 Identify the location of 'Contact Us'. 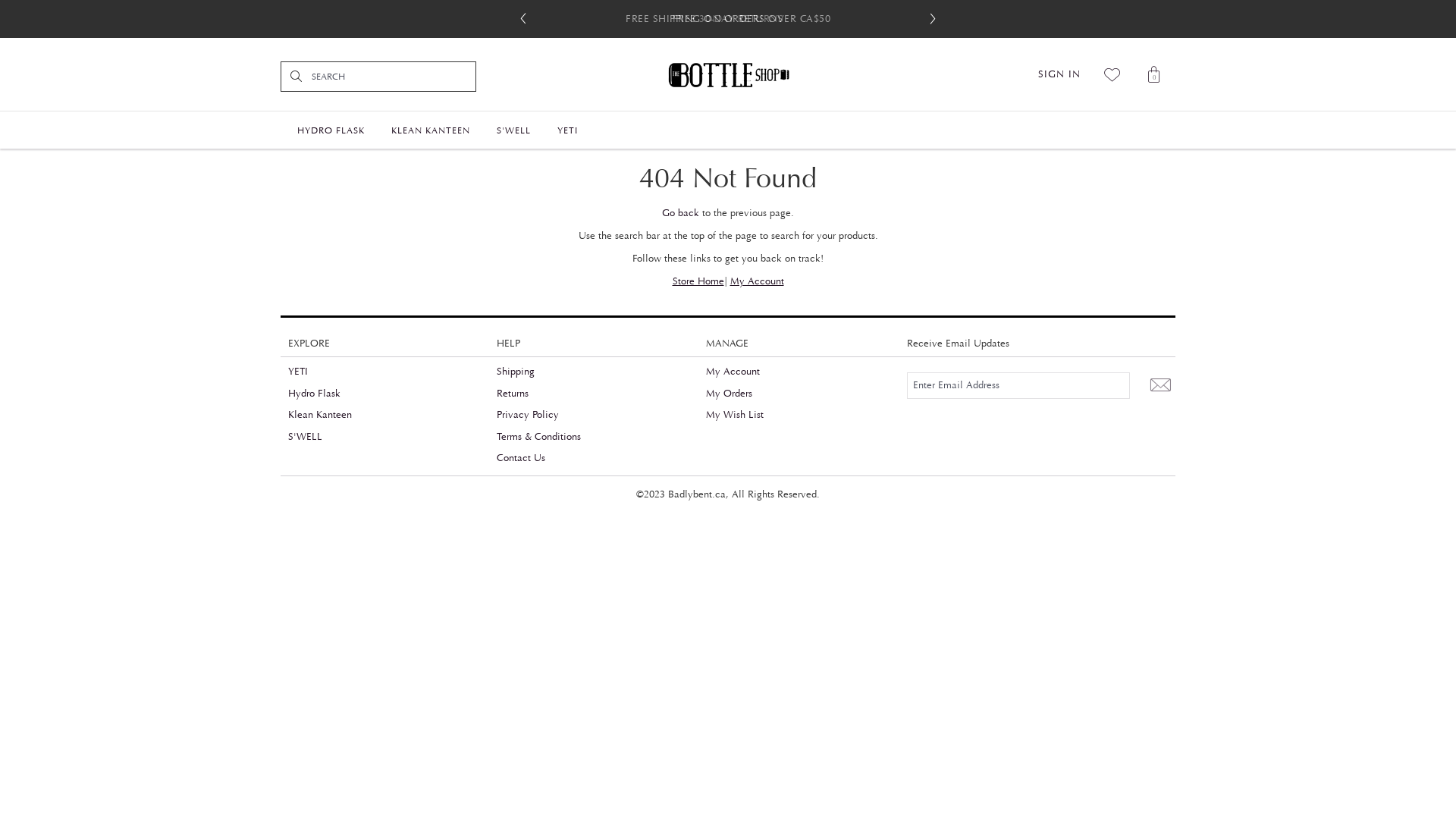
(496, 457).